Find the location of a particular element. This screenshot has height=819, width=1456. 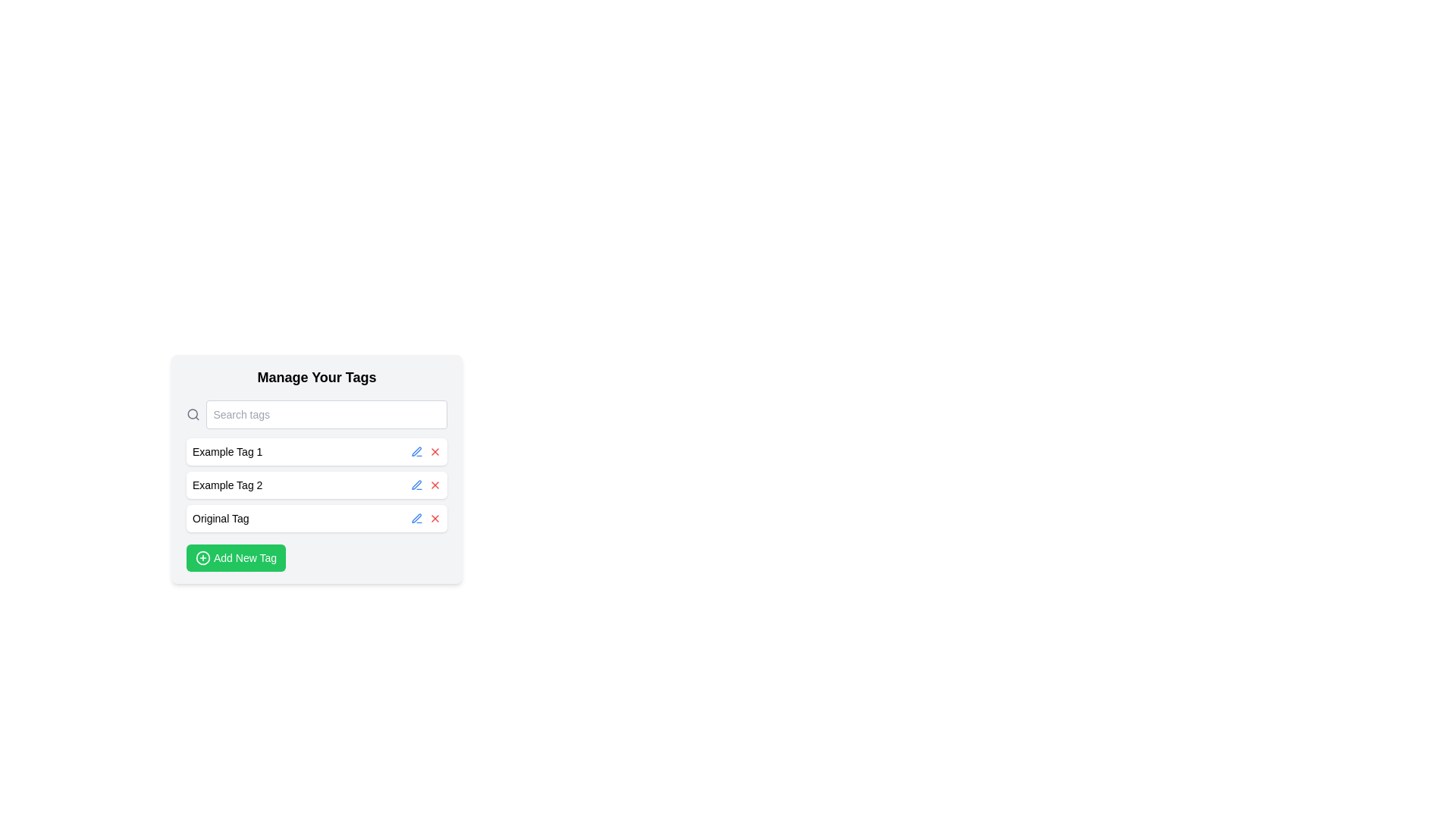

the edit button icon positioned on the left next to the text 'Example Tag 2', which serves as an edit trigger for the associated tag is located at coordinates (417, 451).